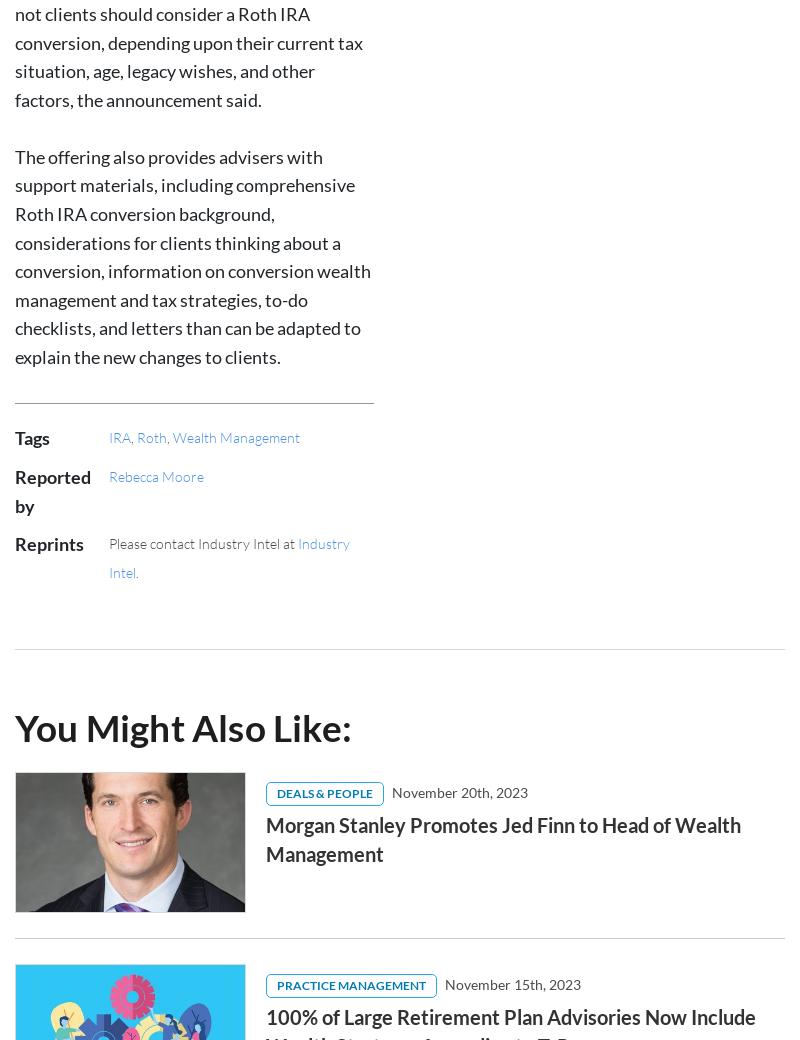 This screenshot has height=1040, width=800. I want to click on 'News', so click(32, 796).